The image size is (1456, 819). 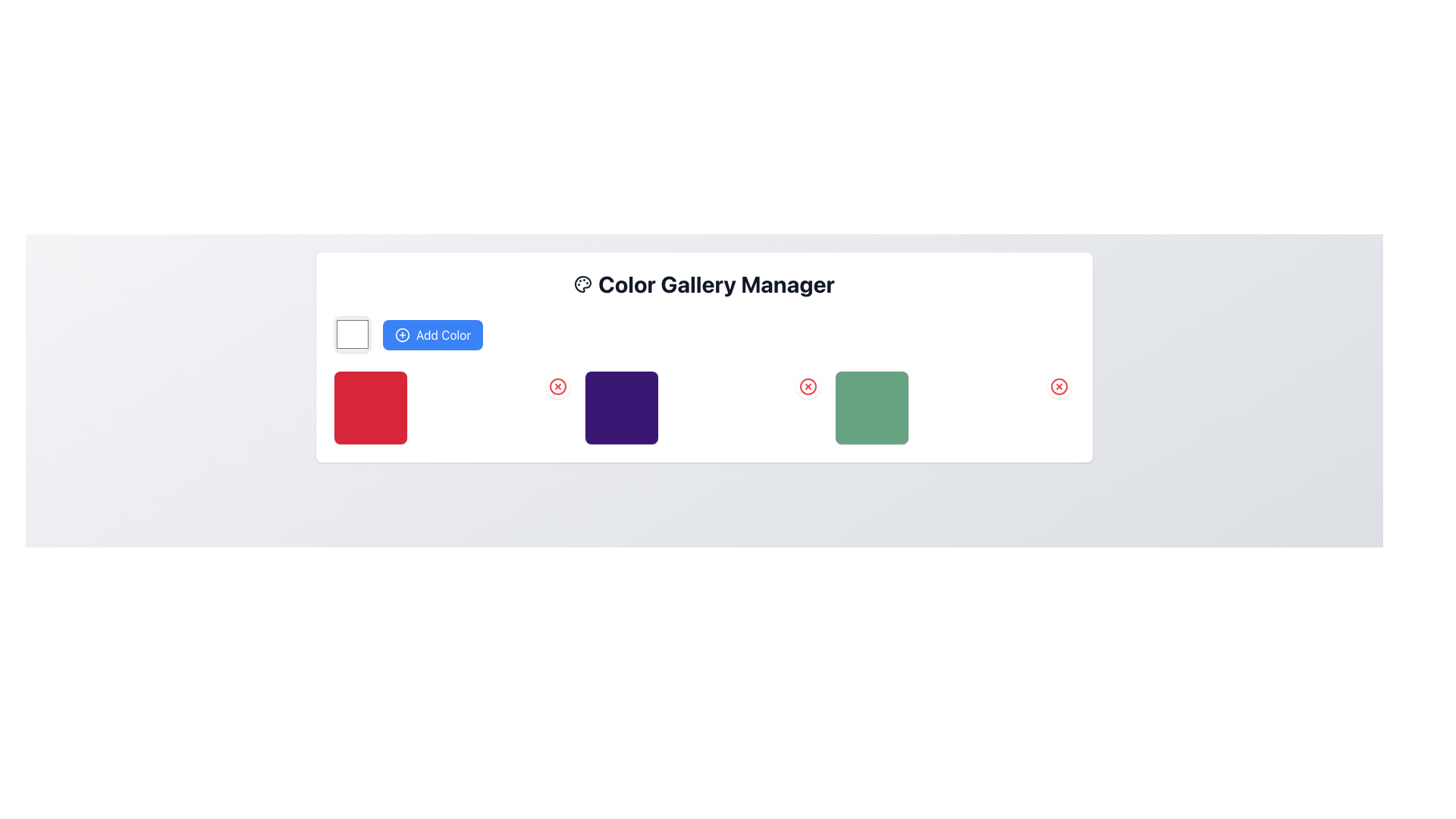 I want to click on the leftmost color swatch located below the 'Add Color' button, so click(x=371, y=406).